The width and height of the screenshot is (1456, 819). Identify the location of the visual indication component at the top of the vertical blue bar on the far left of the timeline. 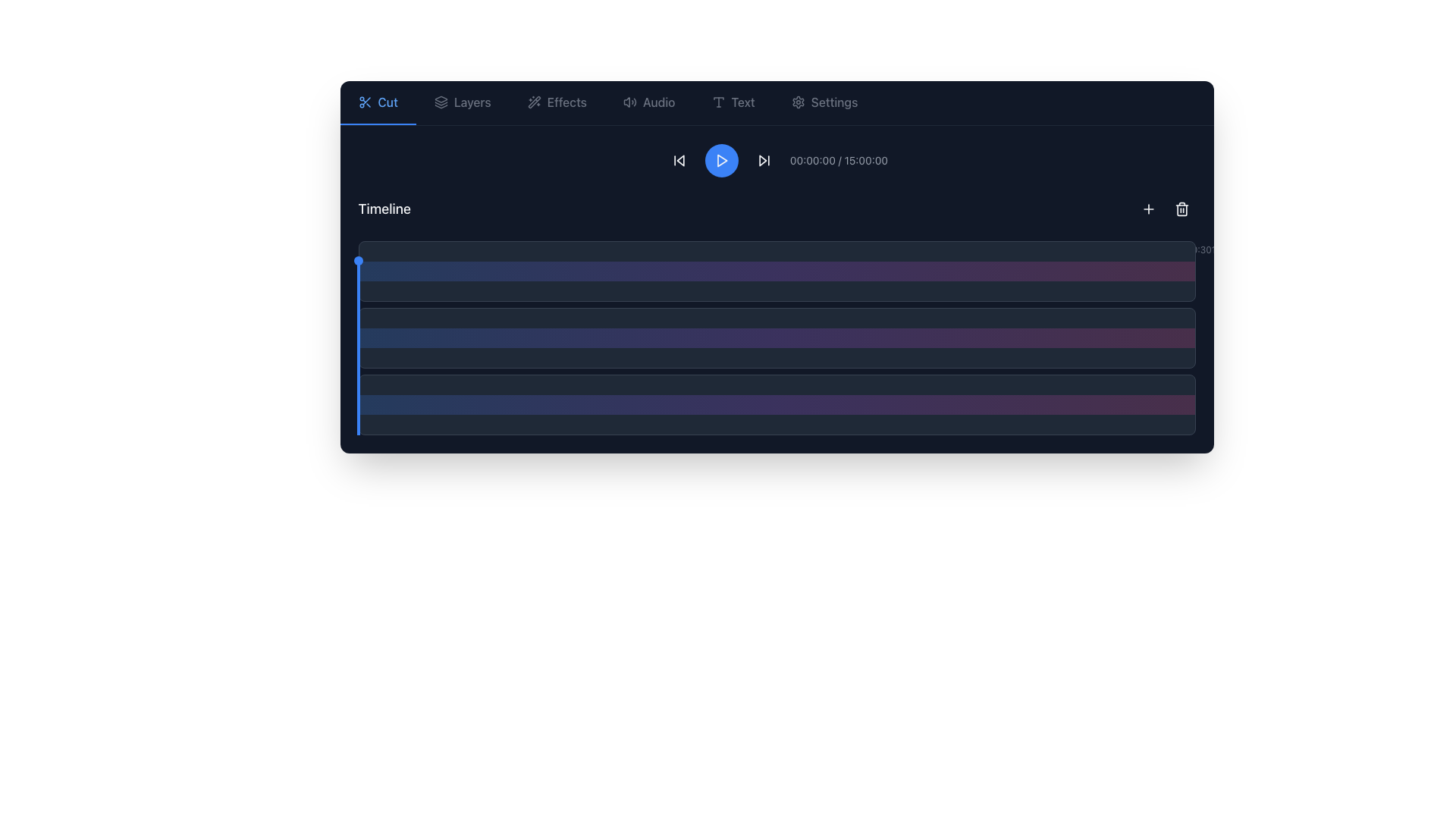
(357, 259).